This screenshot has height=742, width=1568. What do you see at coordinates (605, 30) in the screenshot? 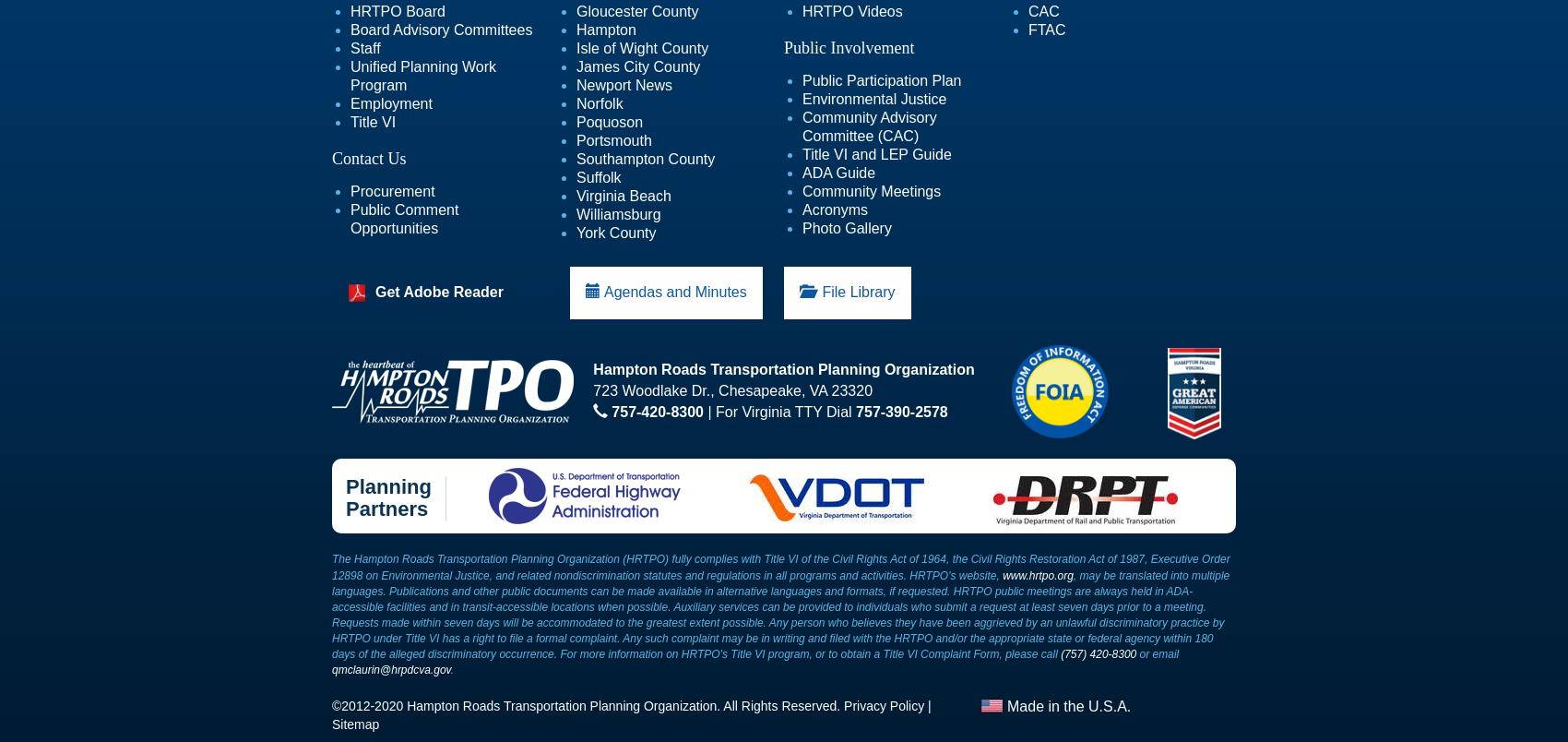
I see `'Hampton'` at bounding box center [605, 30].